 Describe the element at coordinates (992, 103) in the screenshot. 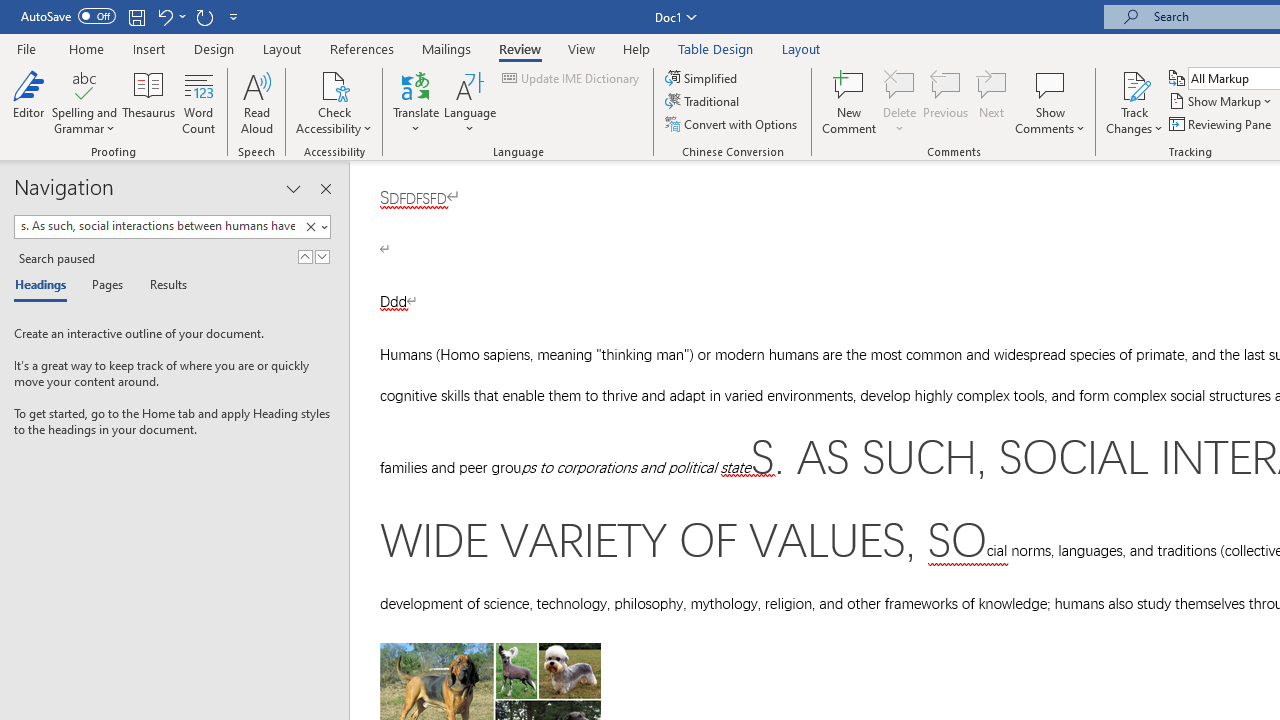

I see `'Next'` at that location.